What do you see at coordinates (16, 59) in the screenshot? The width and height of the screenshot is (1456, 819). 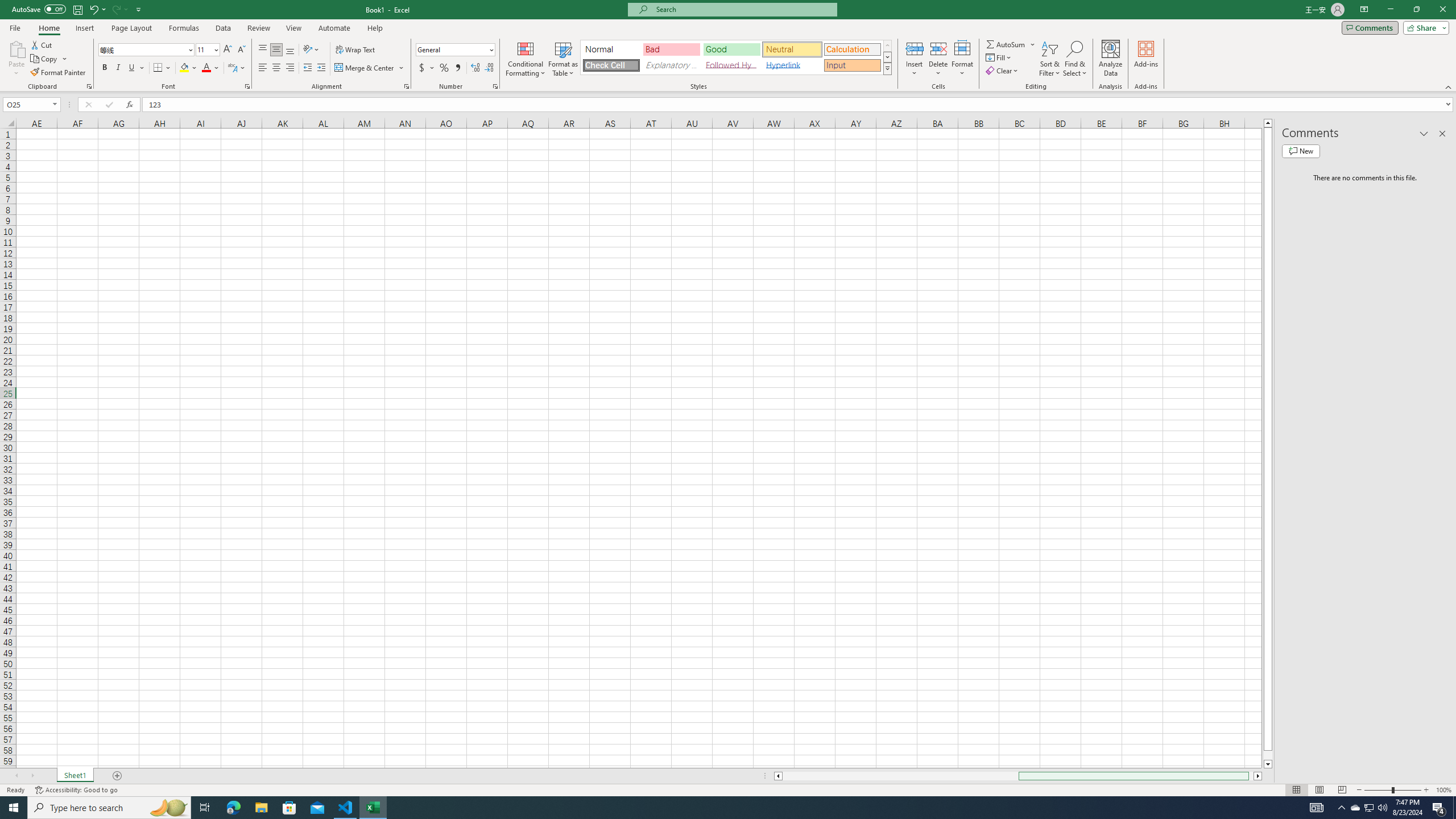 I see `'Paste'` at bounding box center [16, 59].